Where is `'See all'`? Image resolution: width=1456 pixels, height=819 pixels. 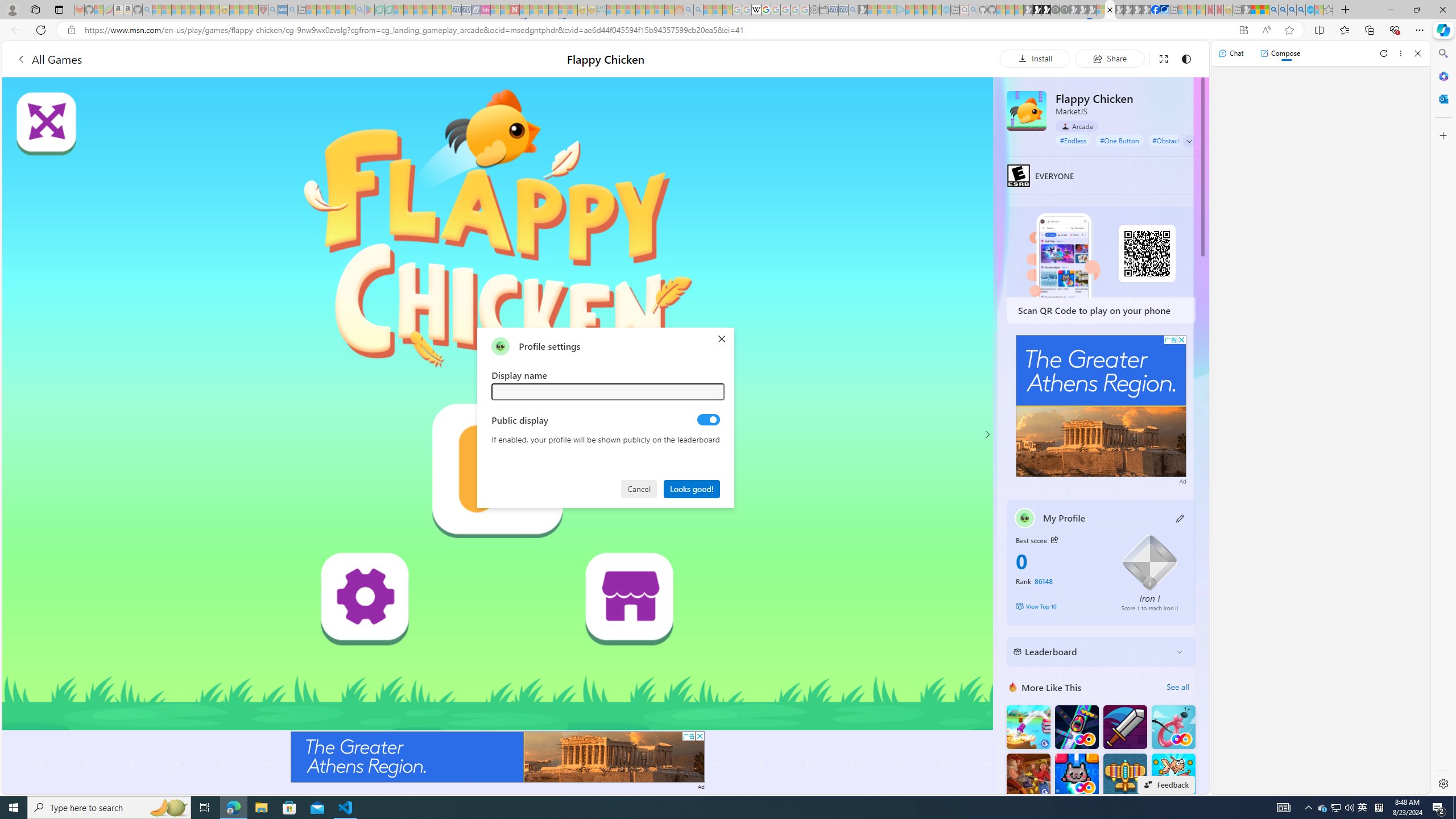 'See all' is located at coordinates (1177, 686).